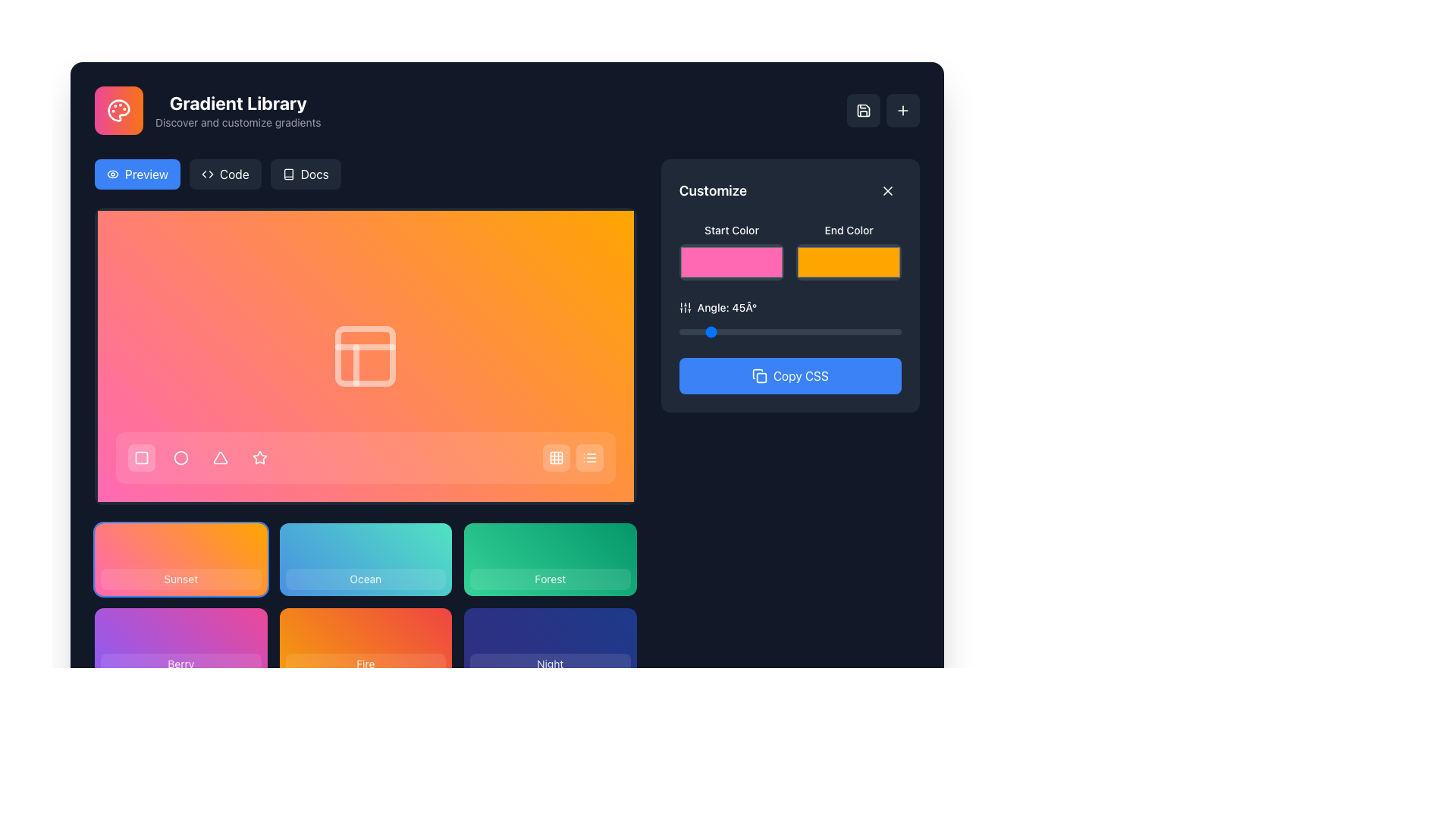 Image resolution: width=1456 pixels, height=819 pixels. I want to click on the 'Customize' label element, which is a large, bold text label at the top-left corner of the settings panel, so click(712, 190).